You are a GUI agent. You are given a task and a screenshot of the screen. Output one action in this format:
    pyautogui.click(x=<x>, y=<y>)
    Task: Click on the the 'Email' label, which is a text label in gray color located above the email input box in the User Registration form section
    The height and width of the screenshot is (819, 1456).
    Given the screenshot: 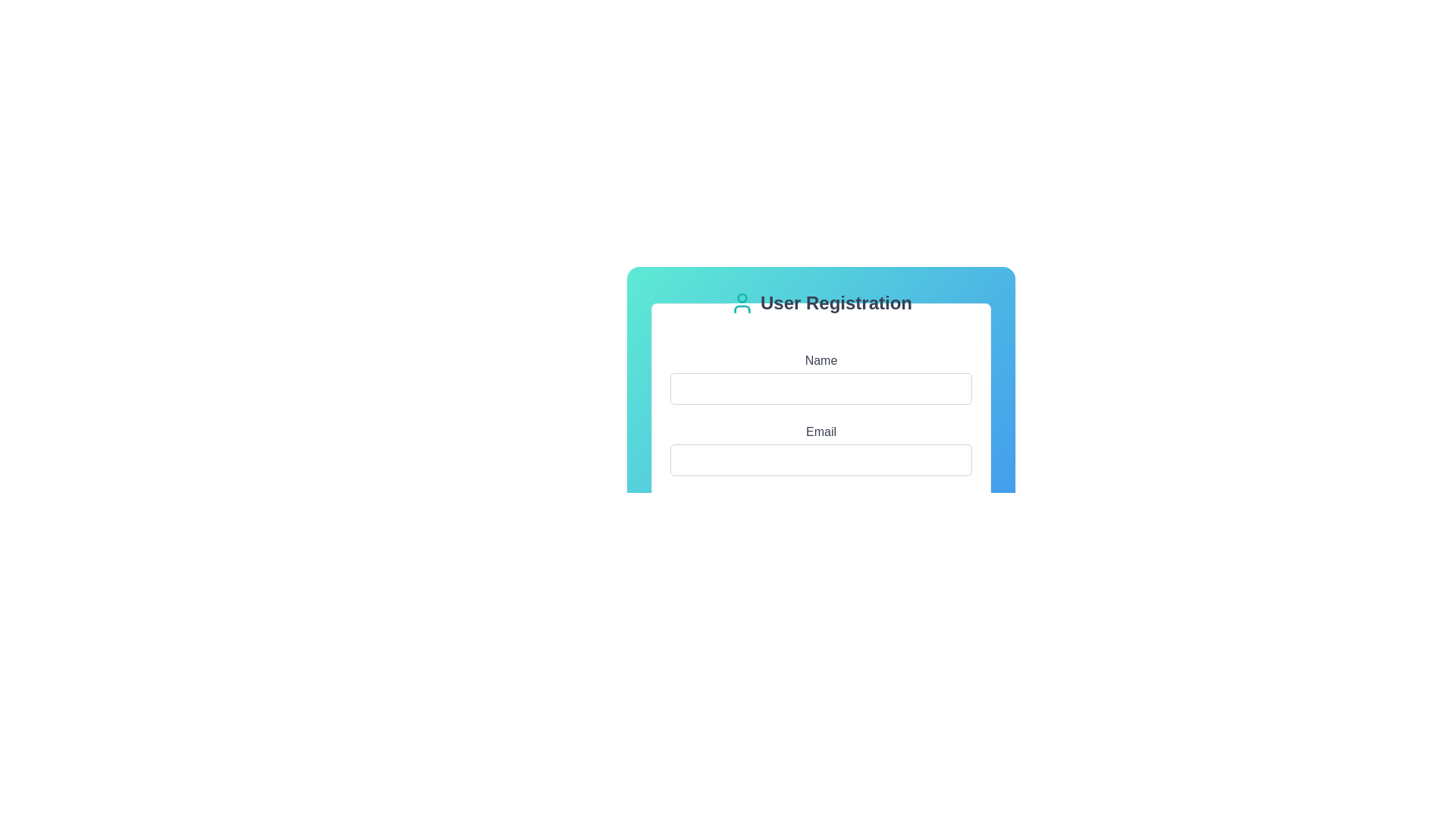 What is the action you would take?
    pyautogui.click(x=821, y=432)
    